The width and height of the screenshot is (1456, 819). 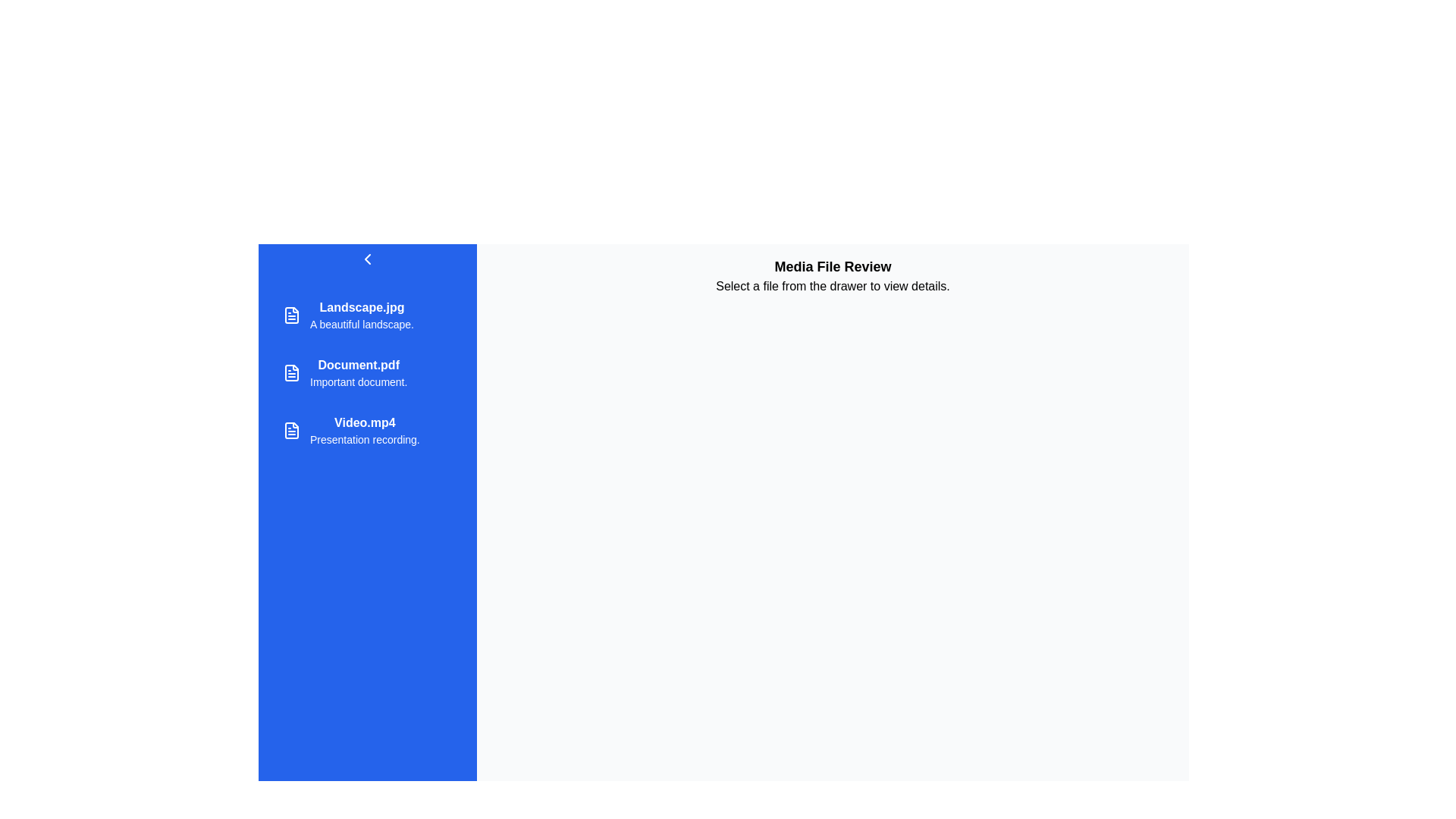 I want to click on the bold-styled text labeled 'Landscape.jpg' displayed on a blue background, so click(x=361, y=307).